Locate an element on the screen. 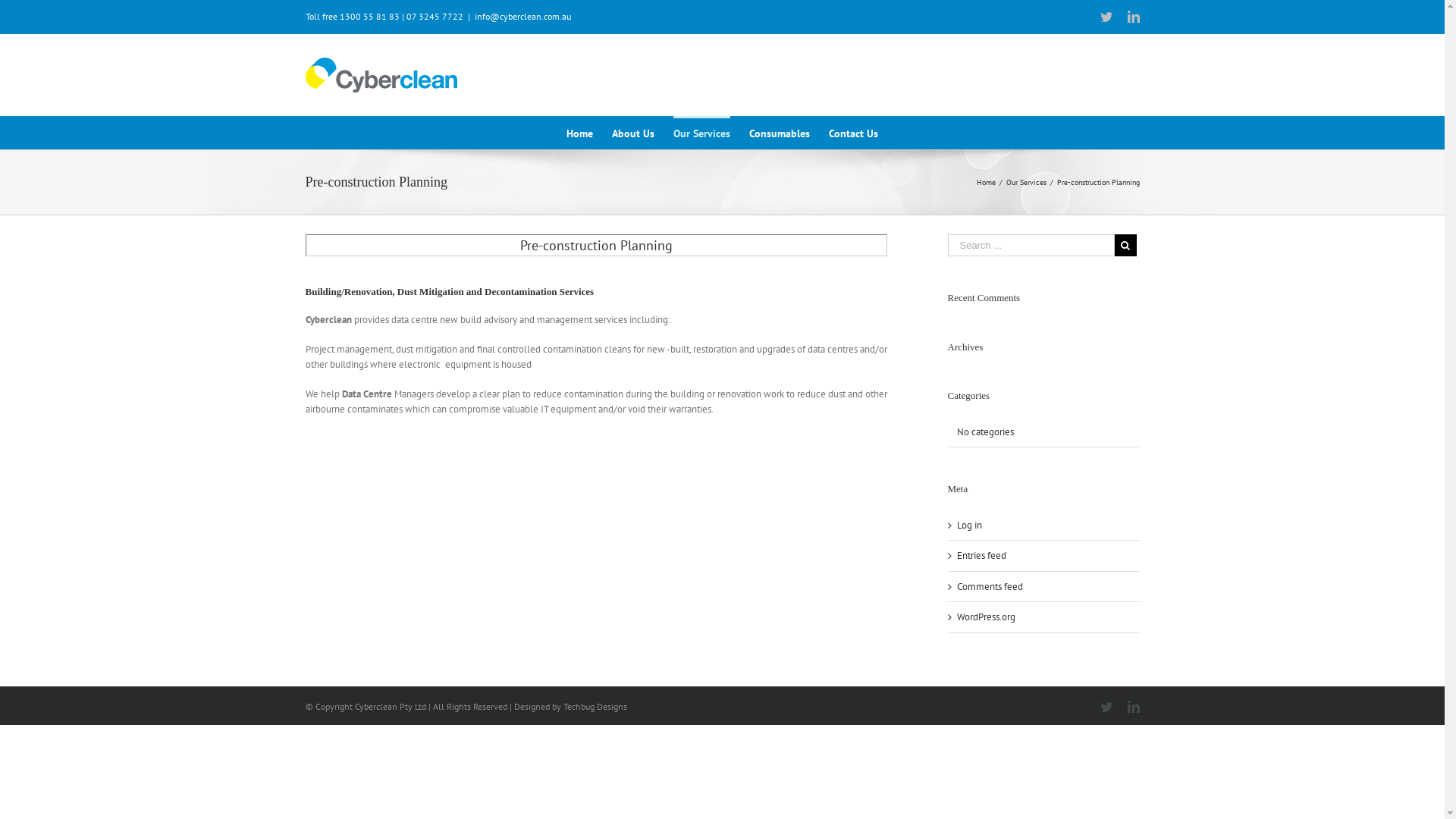  'Home' is located at coordinates (986, 181).